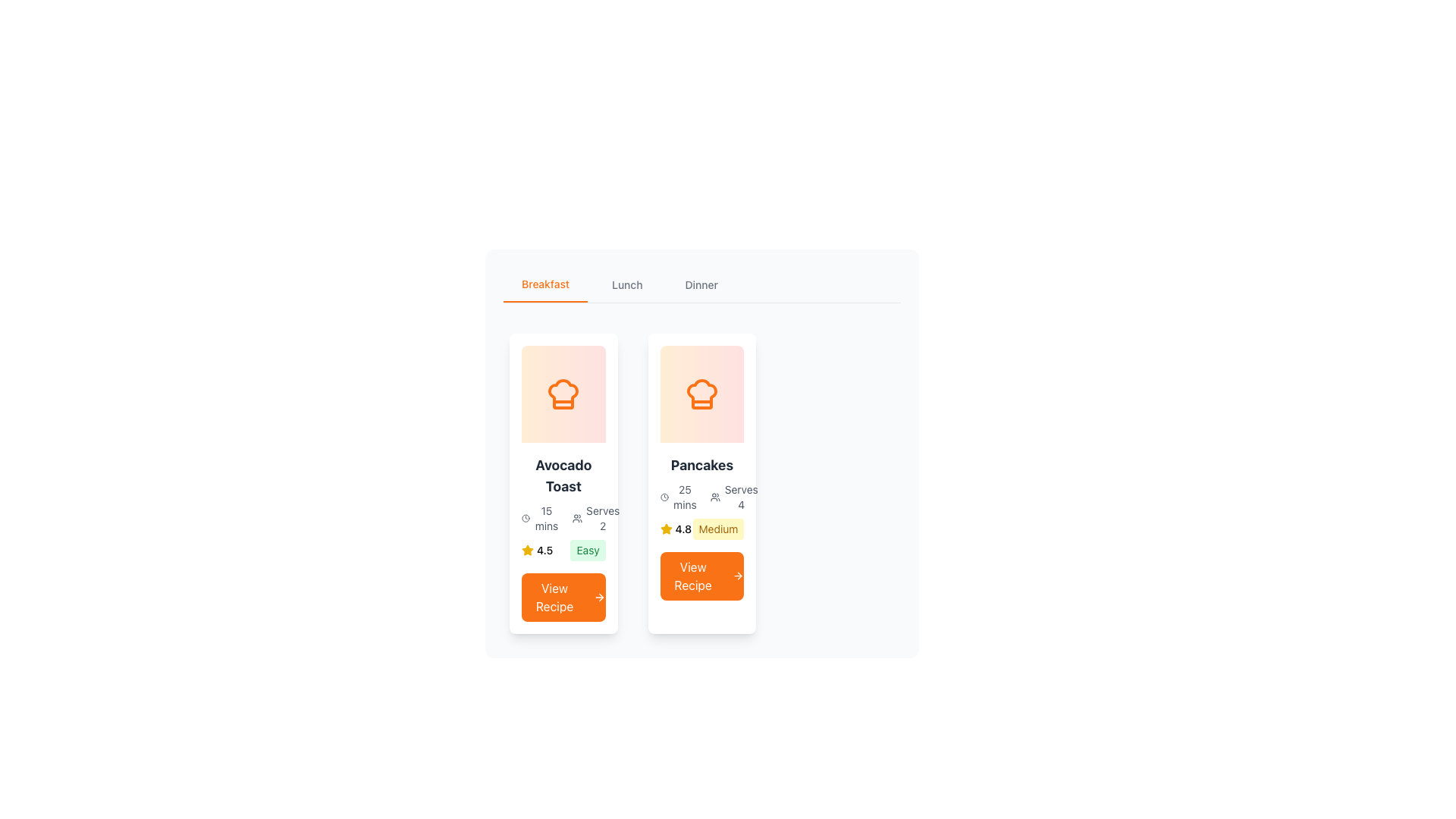 This screenshot has width=1456, height=819. What do you see at coordinates (537, 550) in the screenshot?
I see `the star icon indicating the rating of 'Avocado Toast', which displays a numerical rating of 4.5 out of 5, located in the top-left part of the card above the 'View Recipe' button` at bounding box center [537, 550].